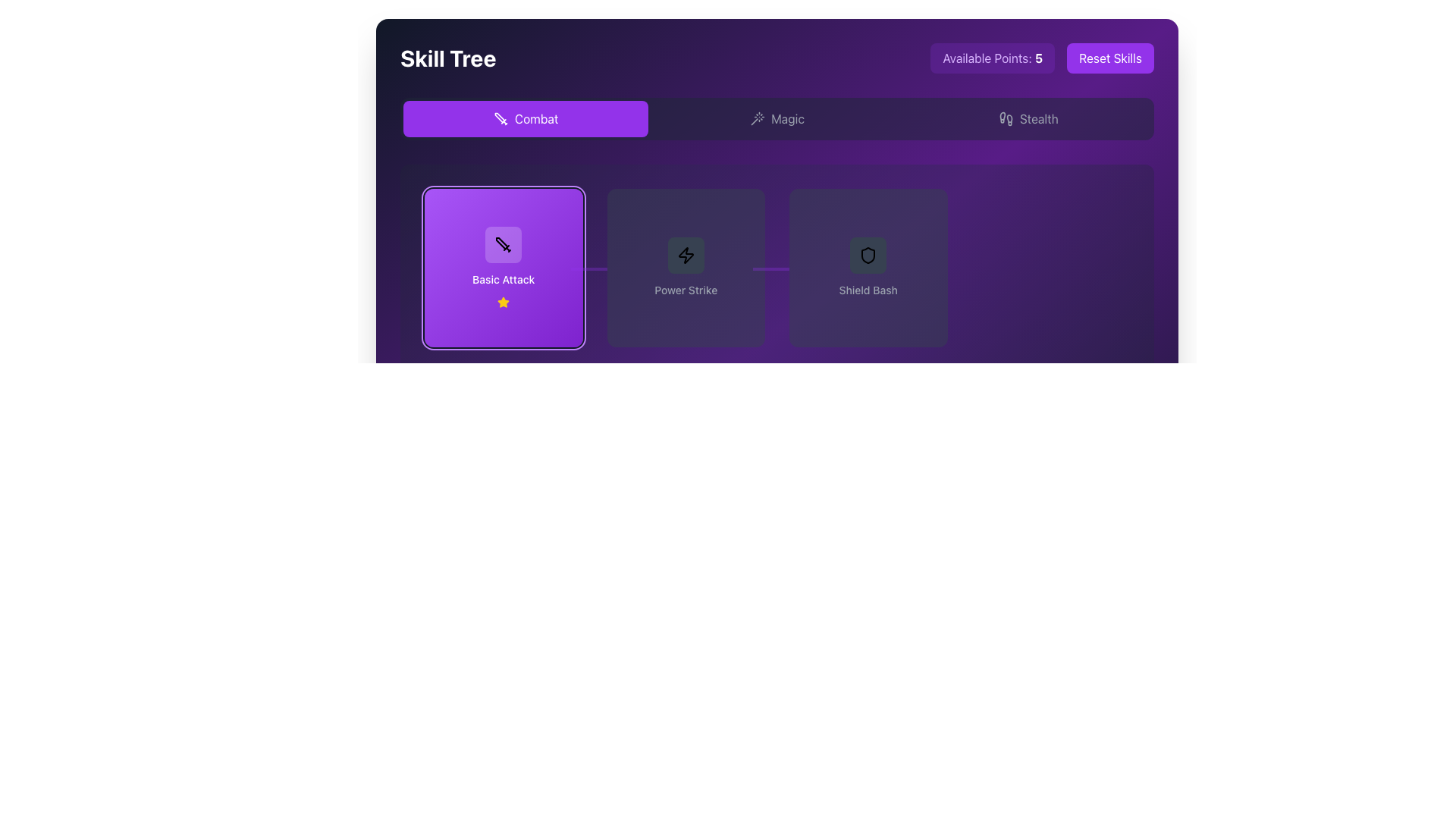 Image resolution: width=1456 pixels, height=819 pixels. I want to click on the small, arrow-like graphical icon within the 'Basic Attack' card in the Combat tab's skill tree interface, so click(502, 243).